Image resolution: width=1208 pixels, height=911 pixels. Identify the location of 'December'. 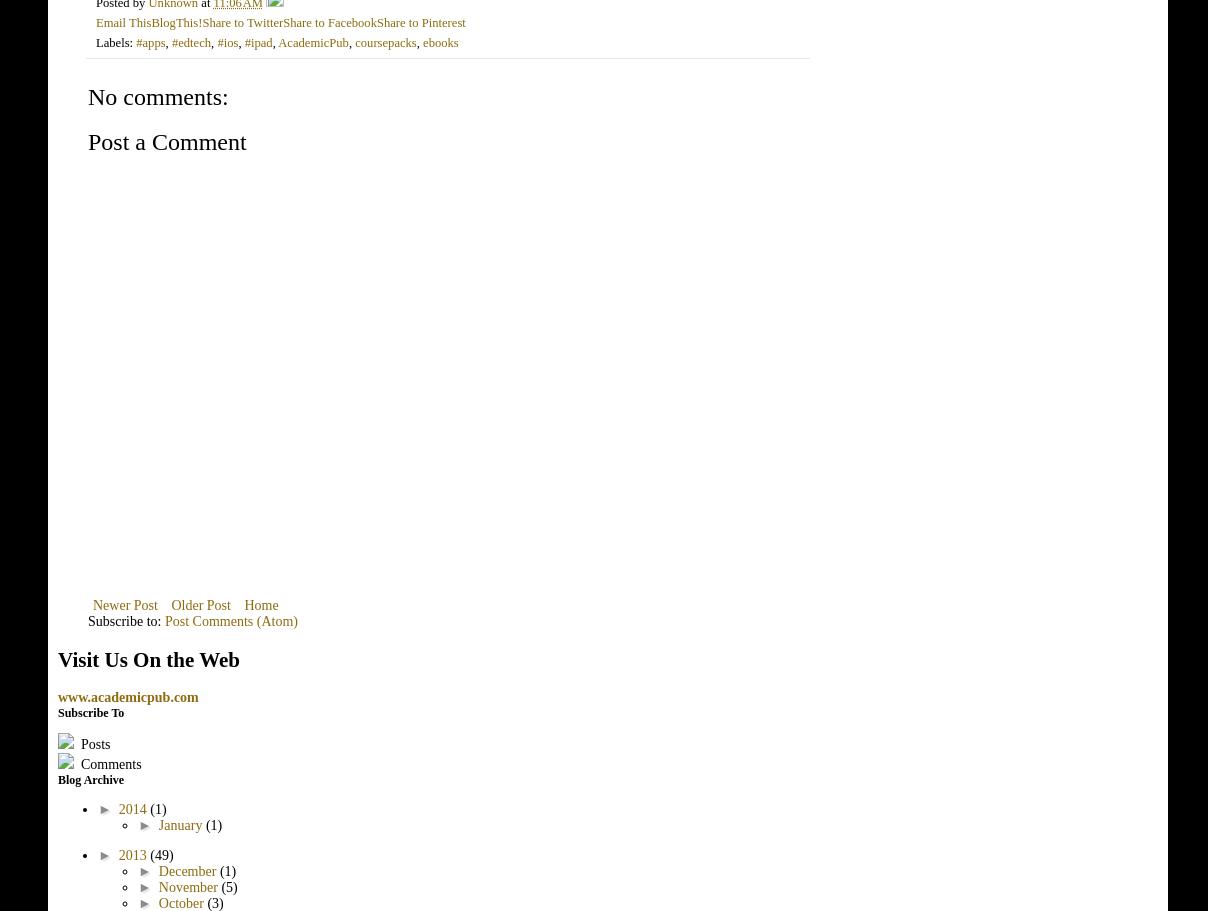
(188, 870).